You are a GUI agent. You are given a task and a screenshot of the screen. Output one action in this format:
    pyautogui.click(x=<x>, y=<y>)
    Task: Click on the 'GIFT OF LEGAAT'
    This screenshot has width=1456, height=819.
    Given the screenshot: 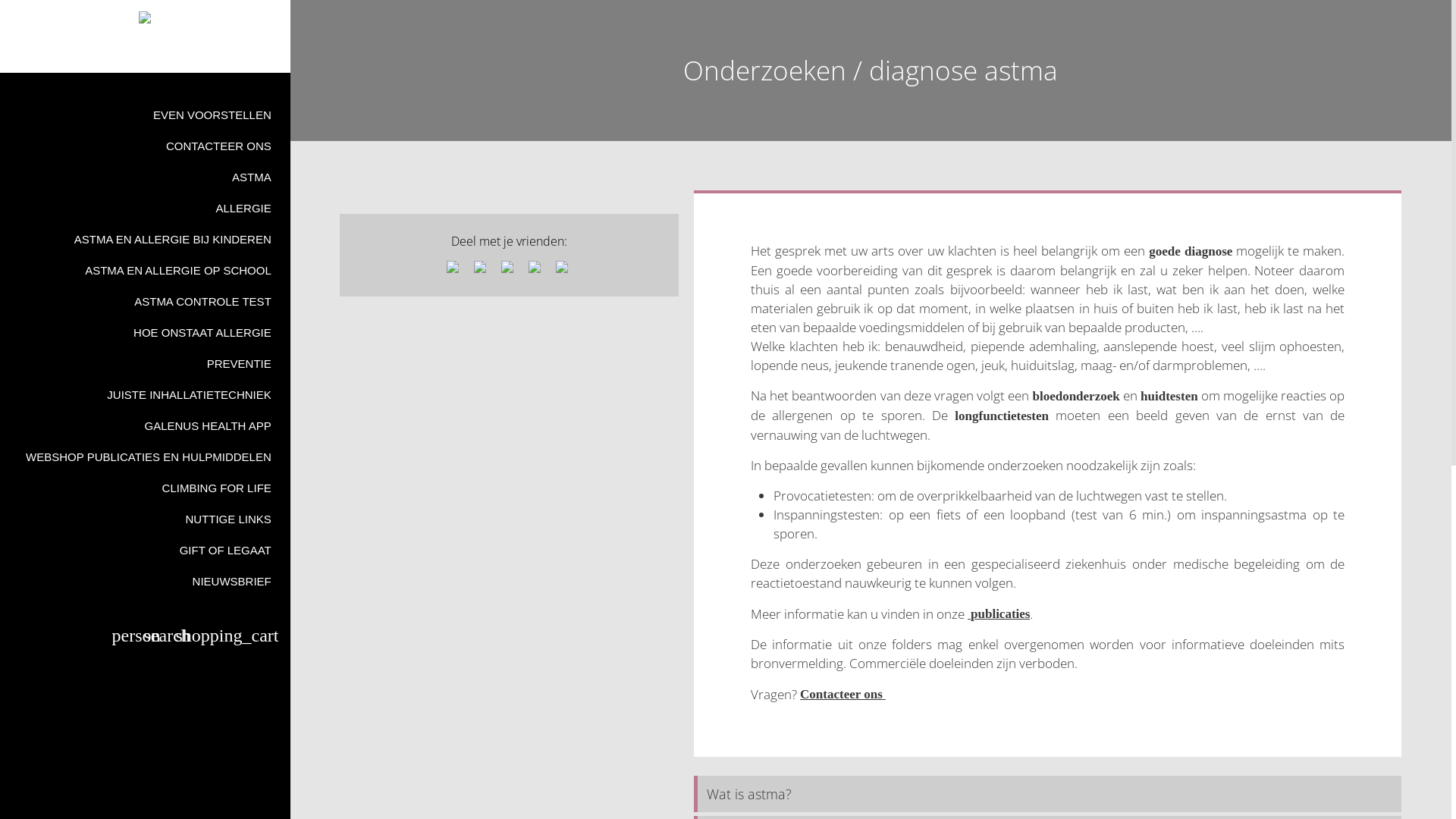 What is the action you would take?
    pyautogui.click(x=145, y=550)
    